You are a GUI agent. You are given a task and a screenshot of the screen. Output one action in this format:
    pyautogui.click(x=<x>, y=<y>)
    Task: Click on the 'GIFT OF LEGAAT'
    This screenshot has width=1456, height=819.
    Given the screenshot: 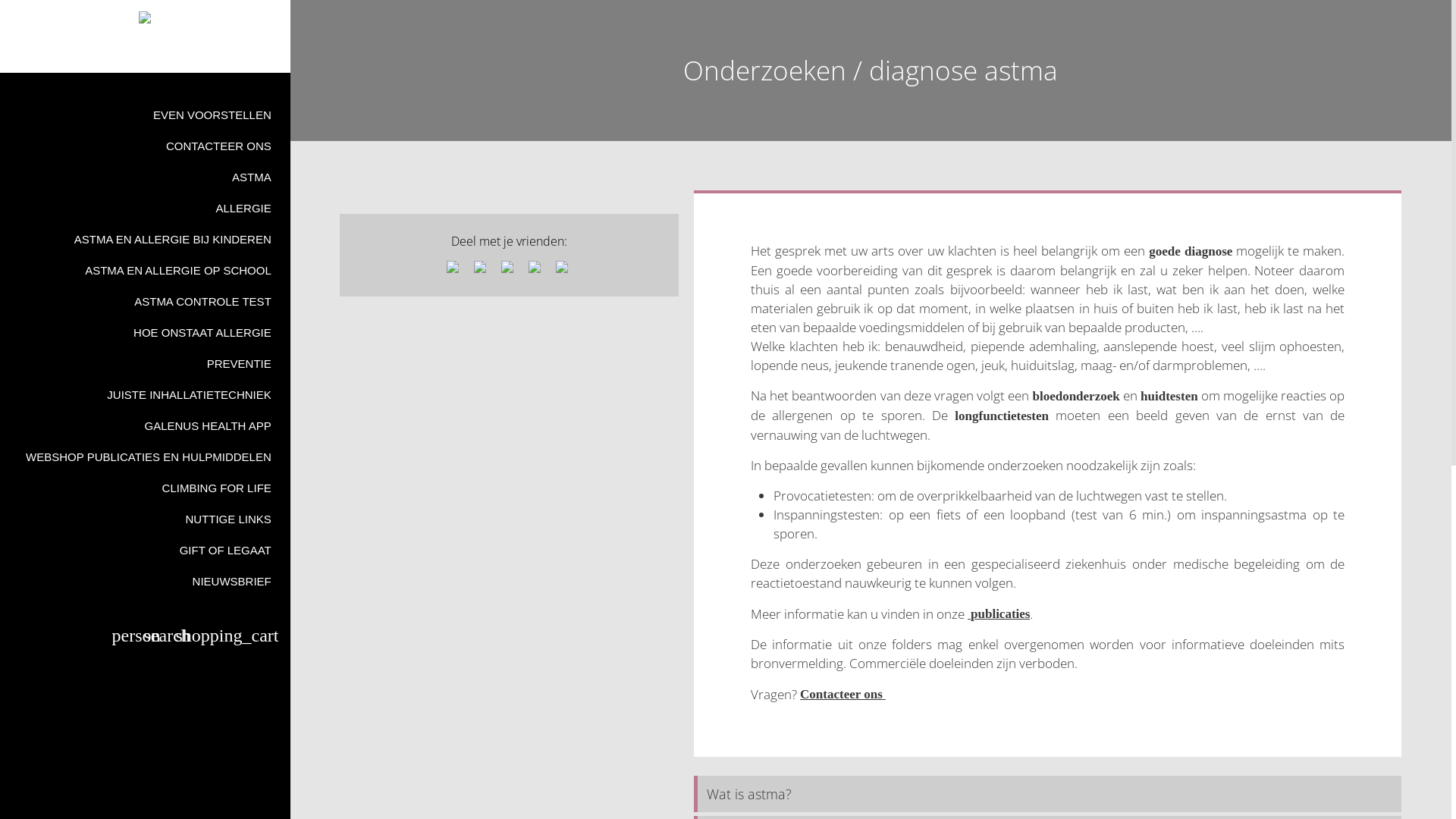 What is the action you would take?
    pyautogui.click(x=145, y=550)
    